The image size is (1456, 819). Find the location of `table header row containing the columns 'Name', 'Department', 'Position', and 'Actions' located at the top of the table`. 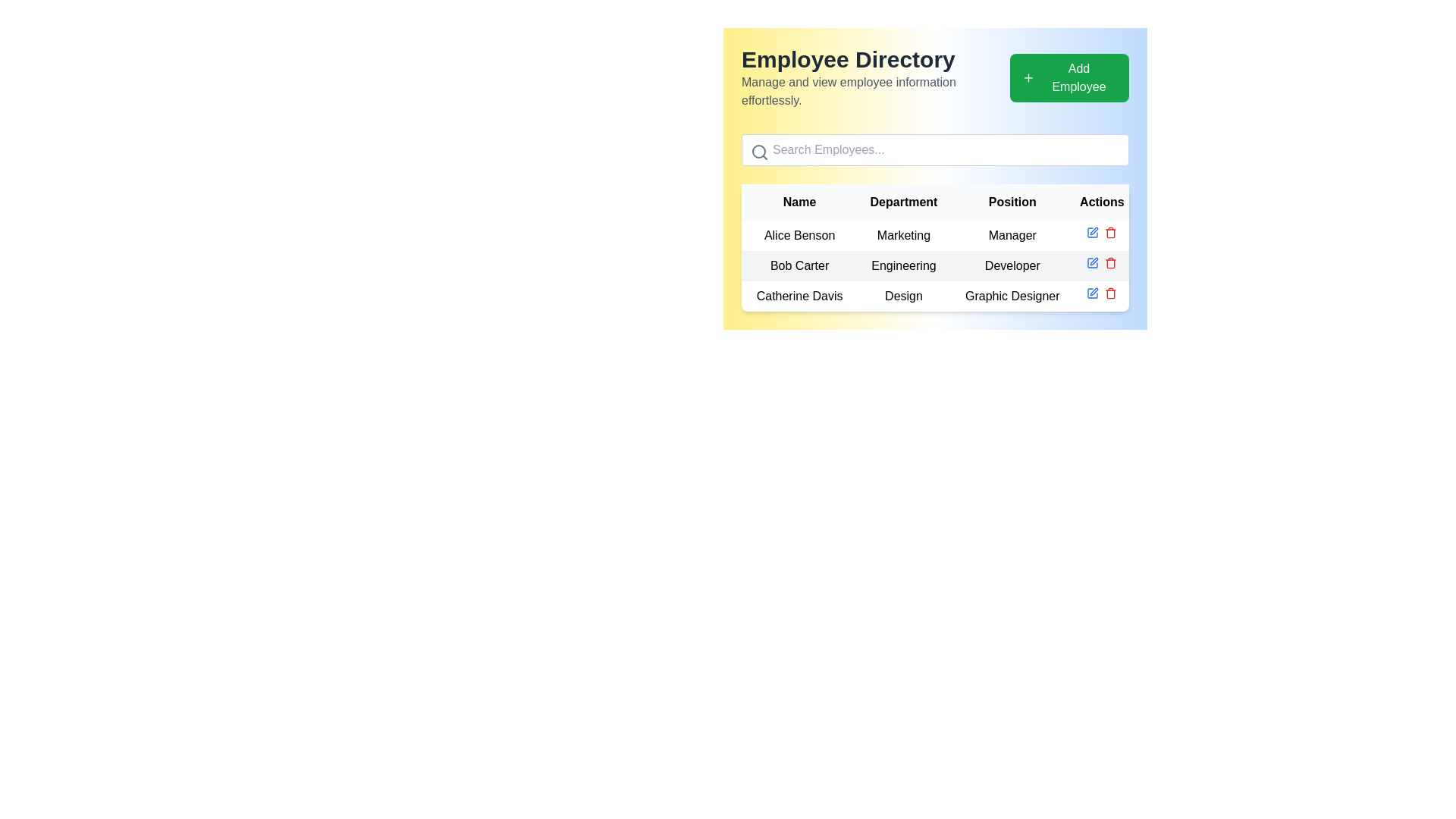

table header row containing the columns 'Name', 'Department', 'Position', and 'Actions' located at the top of the table is located at coordinates (934, 201).